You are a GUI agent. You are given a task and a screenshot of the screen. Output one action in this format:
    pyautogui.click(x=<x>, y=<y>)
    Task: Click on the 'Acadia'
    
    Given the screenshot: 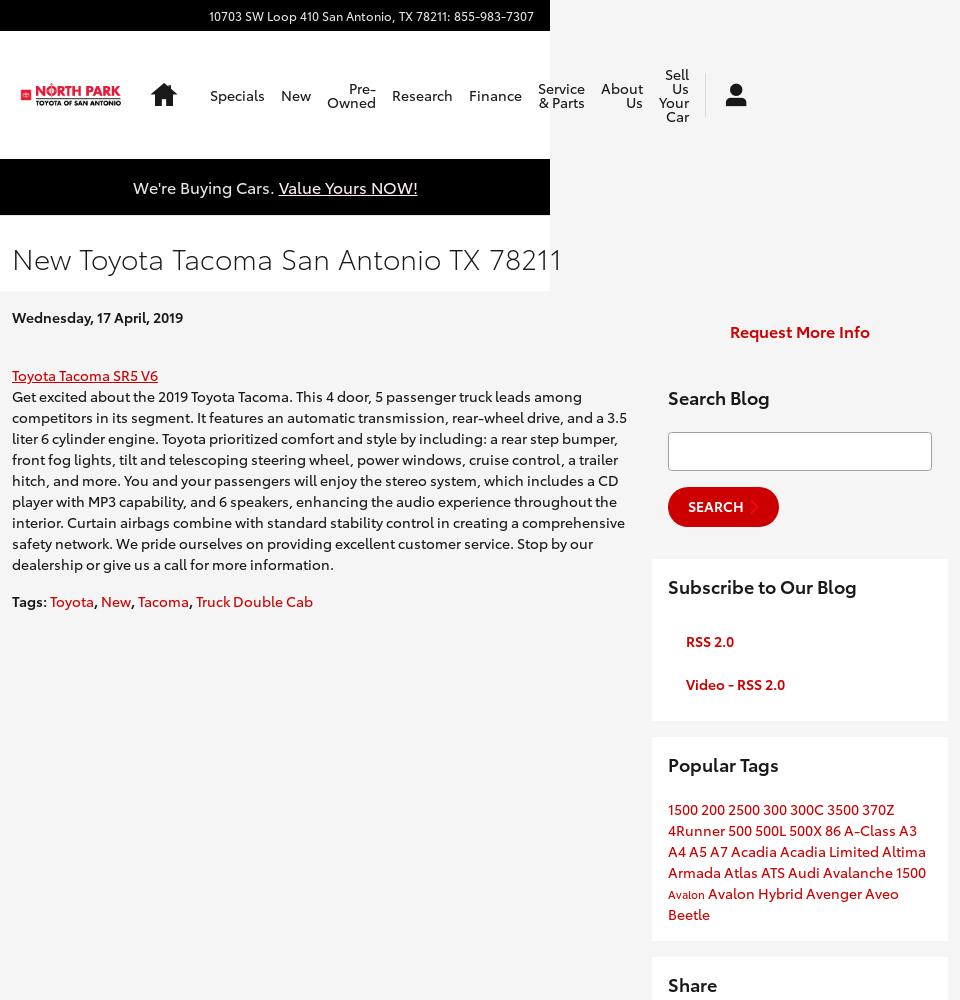 What is the action you would take?
    pyautogui.click(x=730, y=849)
    